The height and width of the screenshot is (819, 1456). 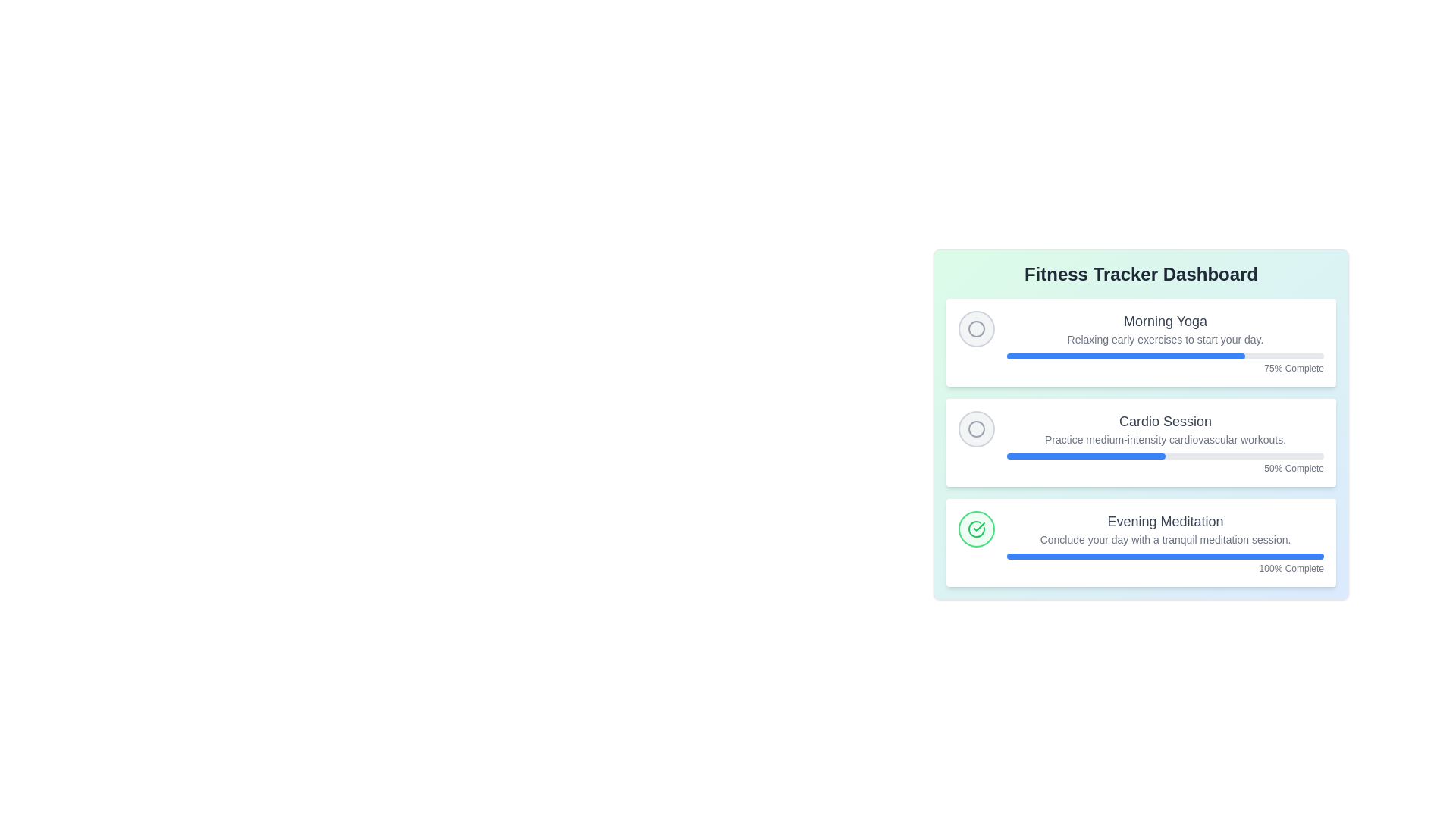 I want to click on the progress bar indicating 75% completion located in the 'Morning Yoga' section of the fitness tracker dashboard, so click(x=1164, y=356).